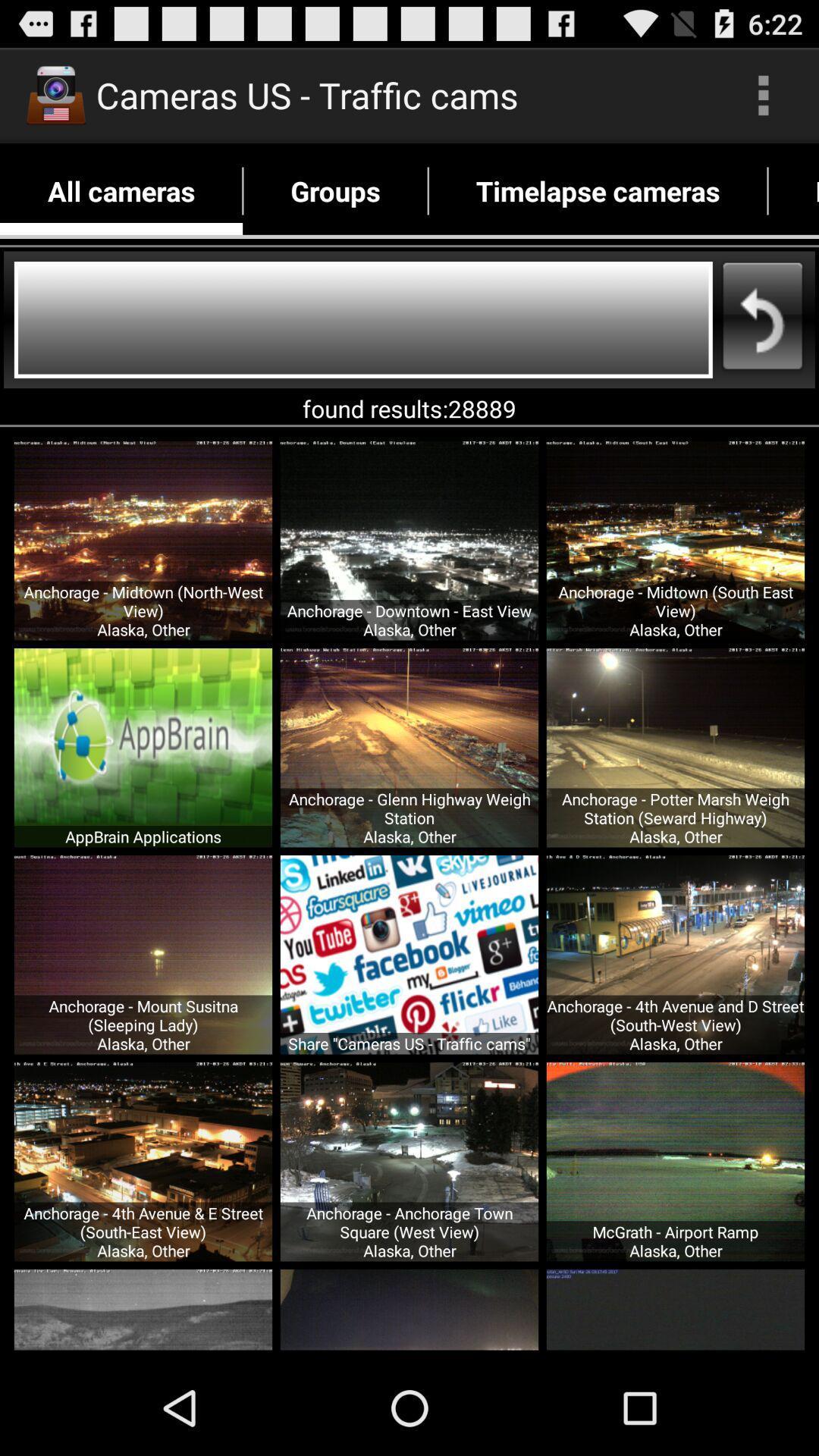  Describe the element at coordinates (334, 190) in the screenshot. I see `the app next to the all cameras app` at that location.